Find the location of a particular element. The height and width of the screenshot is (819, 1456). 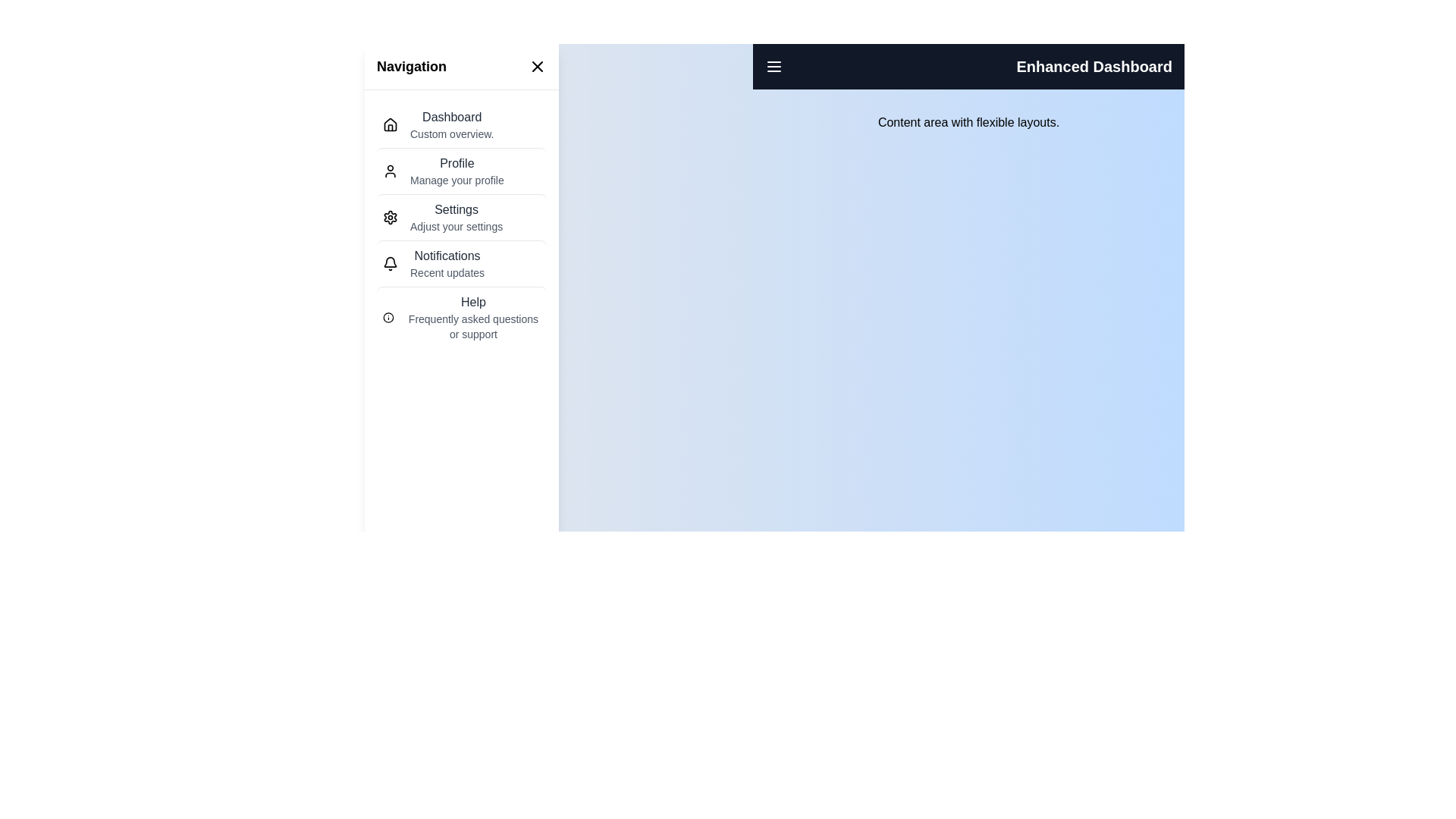

the third item in the vertical navigation menu on the left panel is located at coordinates (461, 216).